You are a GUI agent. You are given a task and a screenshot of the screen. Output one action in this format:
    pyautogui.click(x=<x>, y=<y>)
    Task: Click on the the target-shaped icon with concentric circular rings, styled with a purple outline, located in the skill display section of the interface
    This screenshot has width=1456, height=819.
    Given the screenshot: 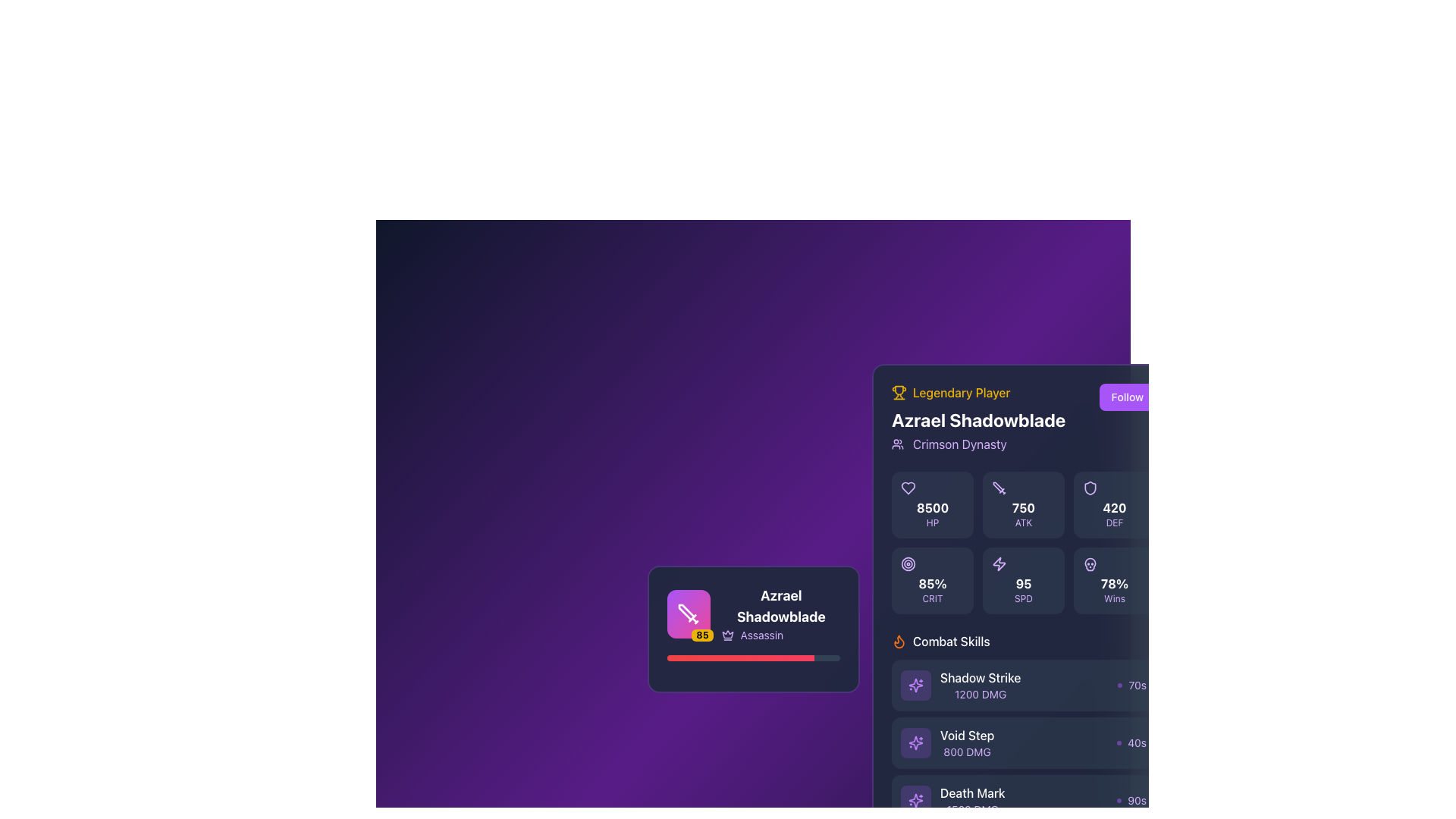 What is the action you would take?
    pyautogui.click(x=908, y=564)
    